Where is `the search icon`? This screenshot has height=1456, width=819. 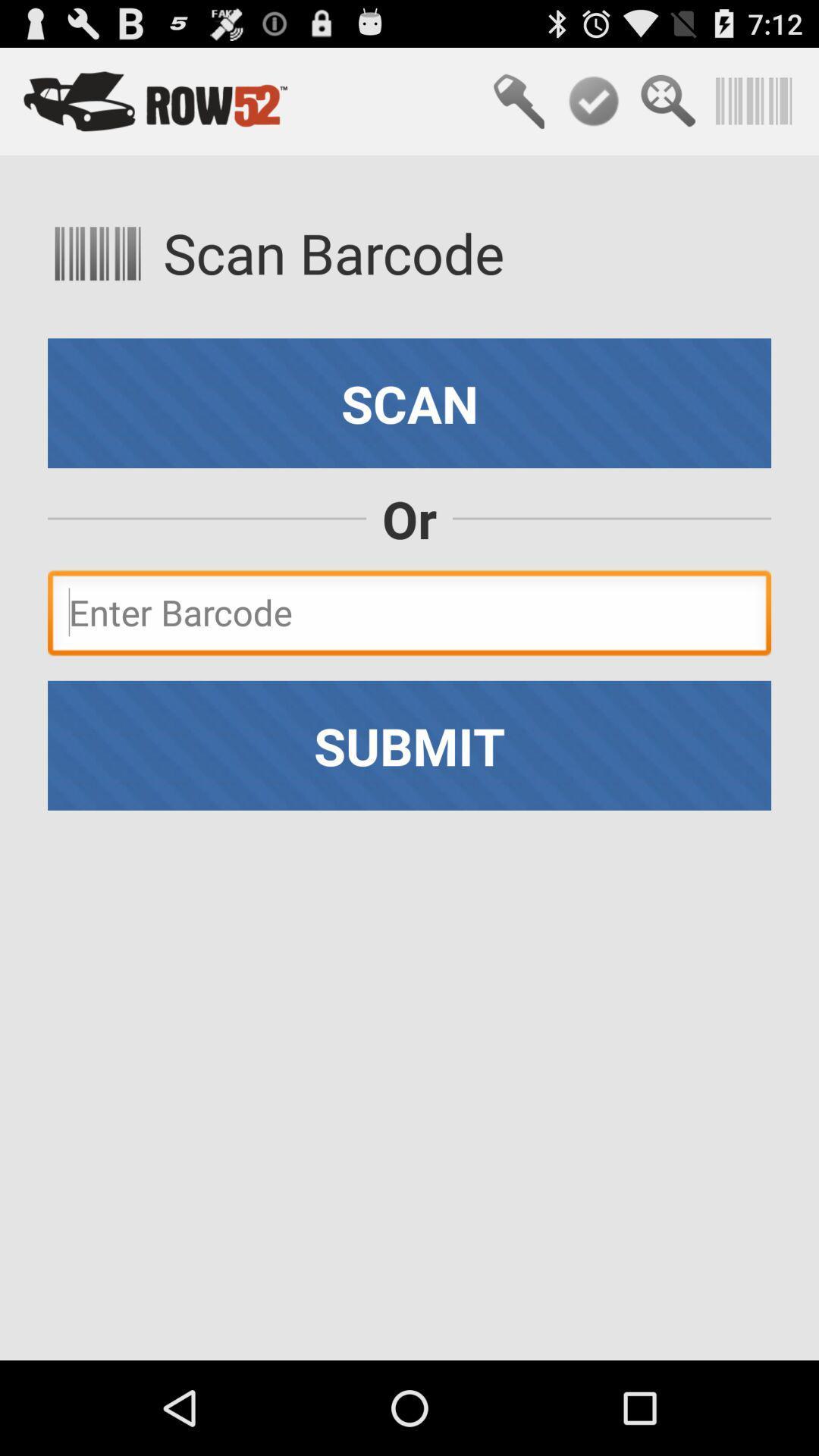
the search icon is located at coordinates (667, 108).